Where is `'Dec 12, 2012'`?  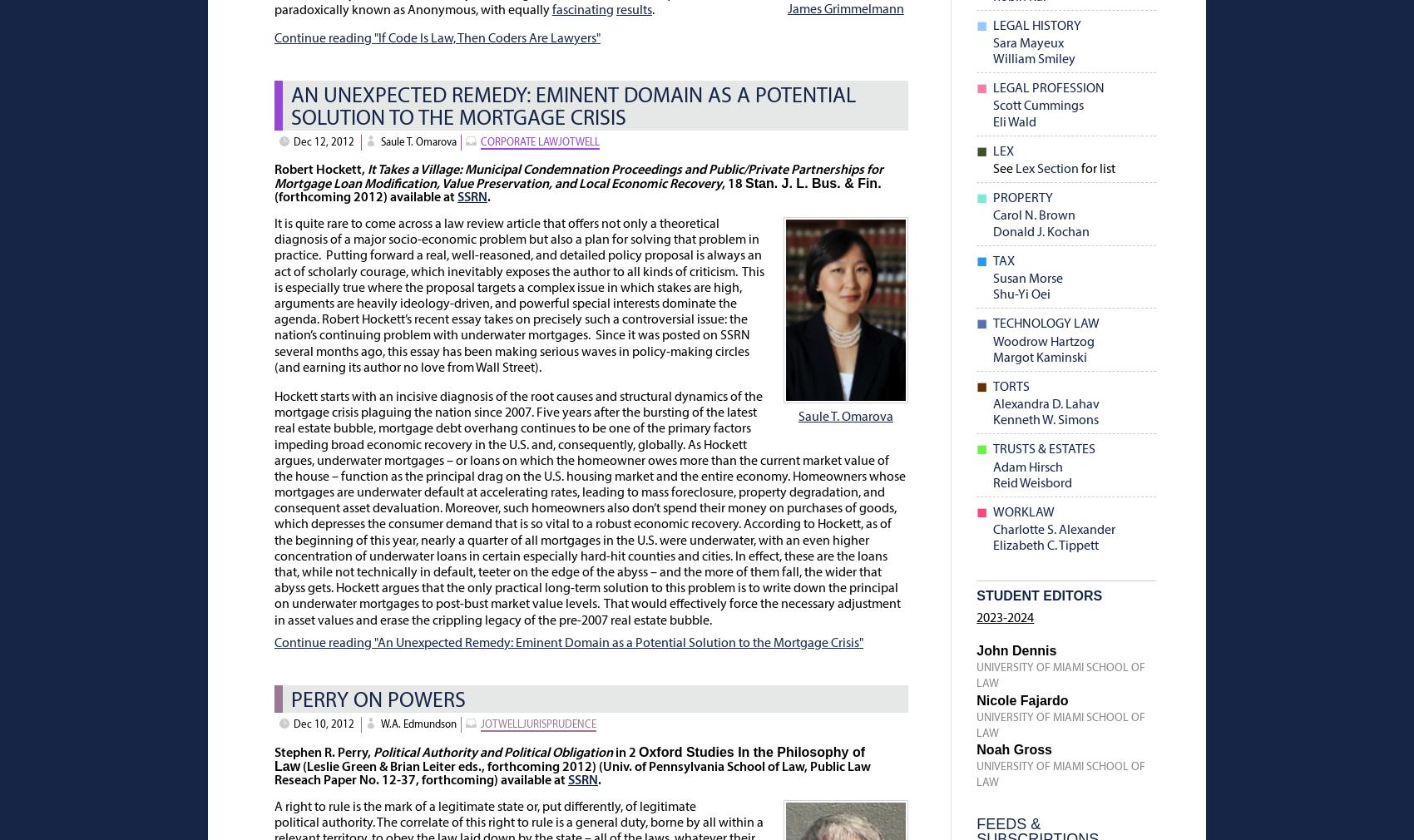 'Dec 12, 2012' is located at coordinates (323, 141).